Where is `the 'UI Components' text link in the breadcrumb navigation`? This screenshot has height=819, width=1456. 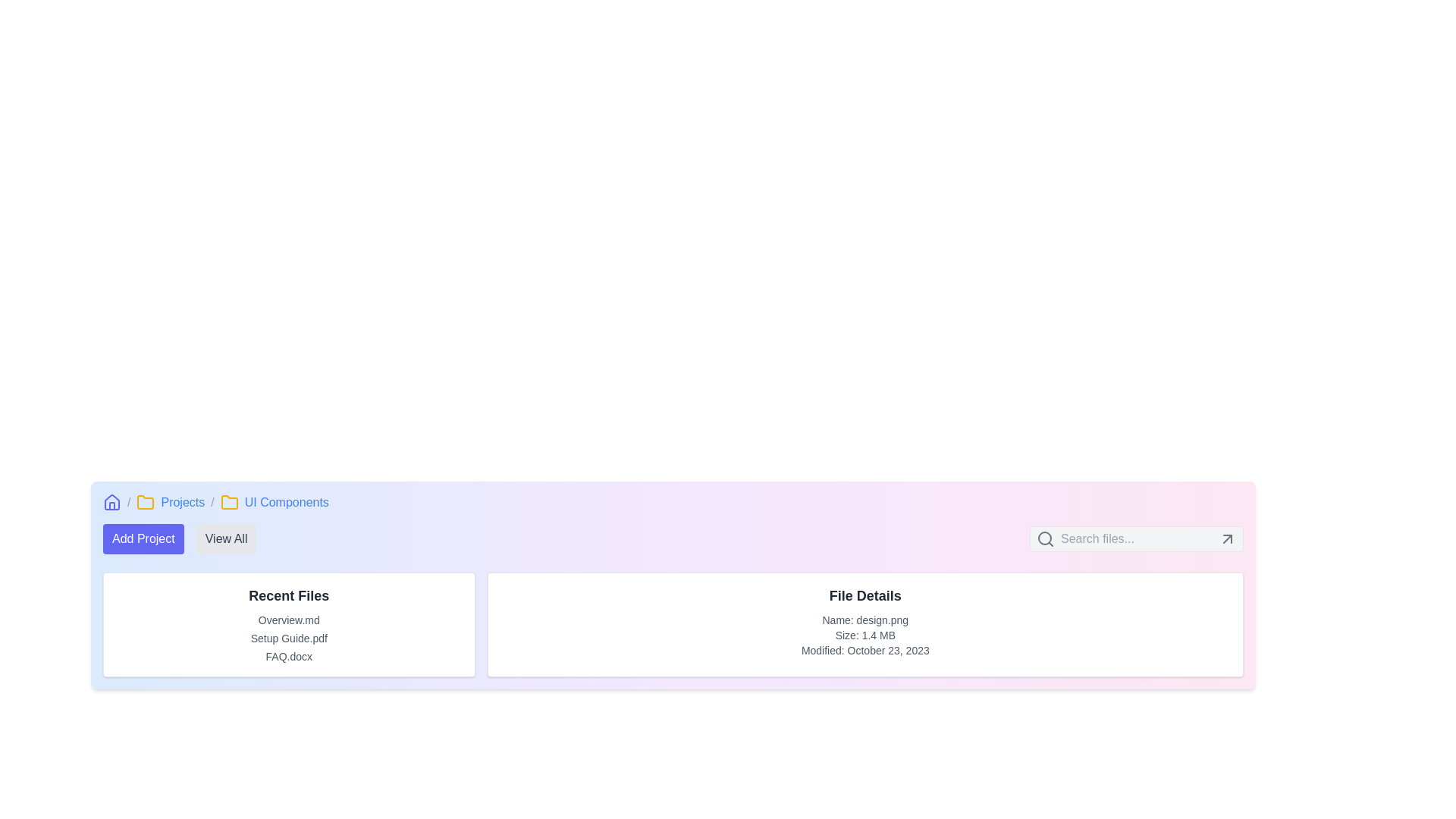
the 'UI Components' text link in the breadcrumb navigation is located at coordinates (287, 503).